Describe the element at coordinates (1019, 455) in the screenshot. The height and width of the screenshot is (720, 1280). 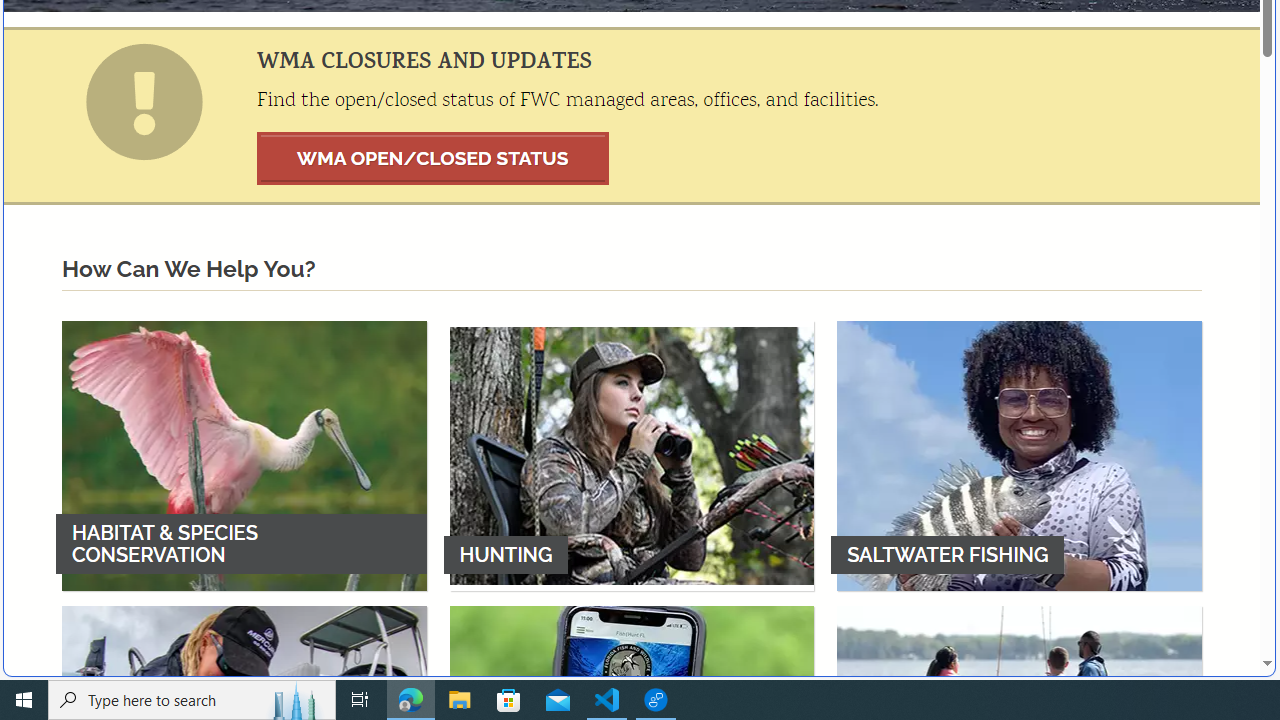
I see `'SALTWATER FISHING'` at that location.